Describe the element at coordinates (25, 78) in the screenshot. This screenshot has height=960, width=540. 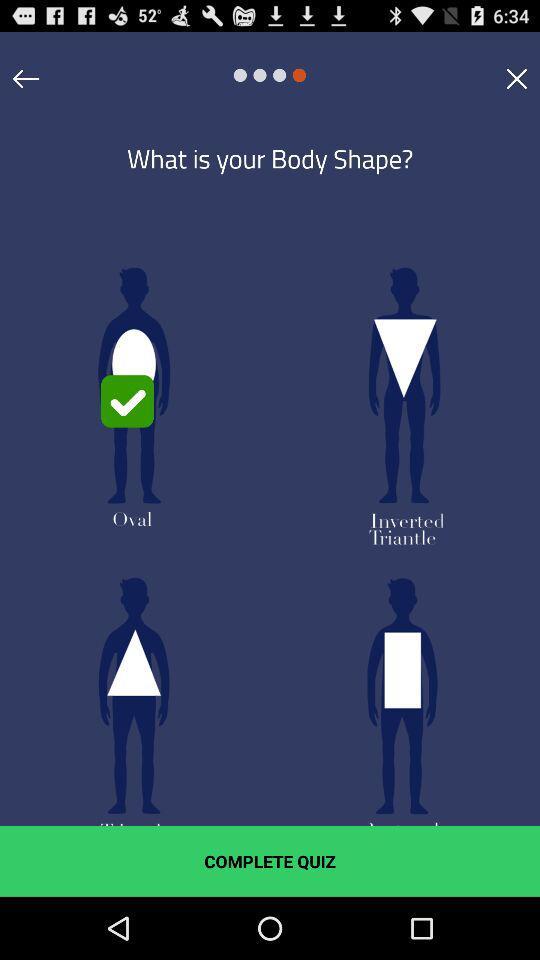
I see `item at the top left corner` at that location.